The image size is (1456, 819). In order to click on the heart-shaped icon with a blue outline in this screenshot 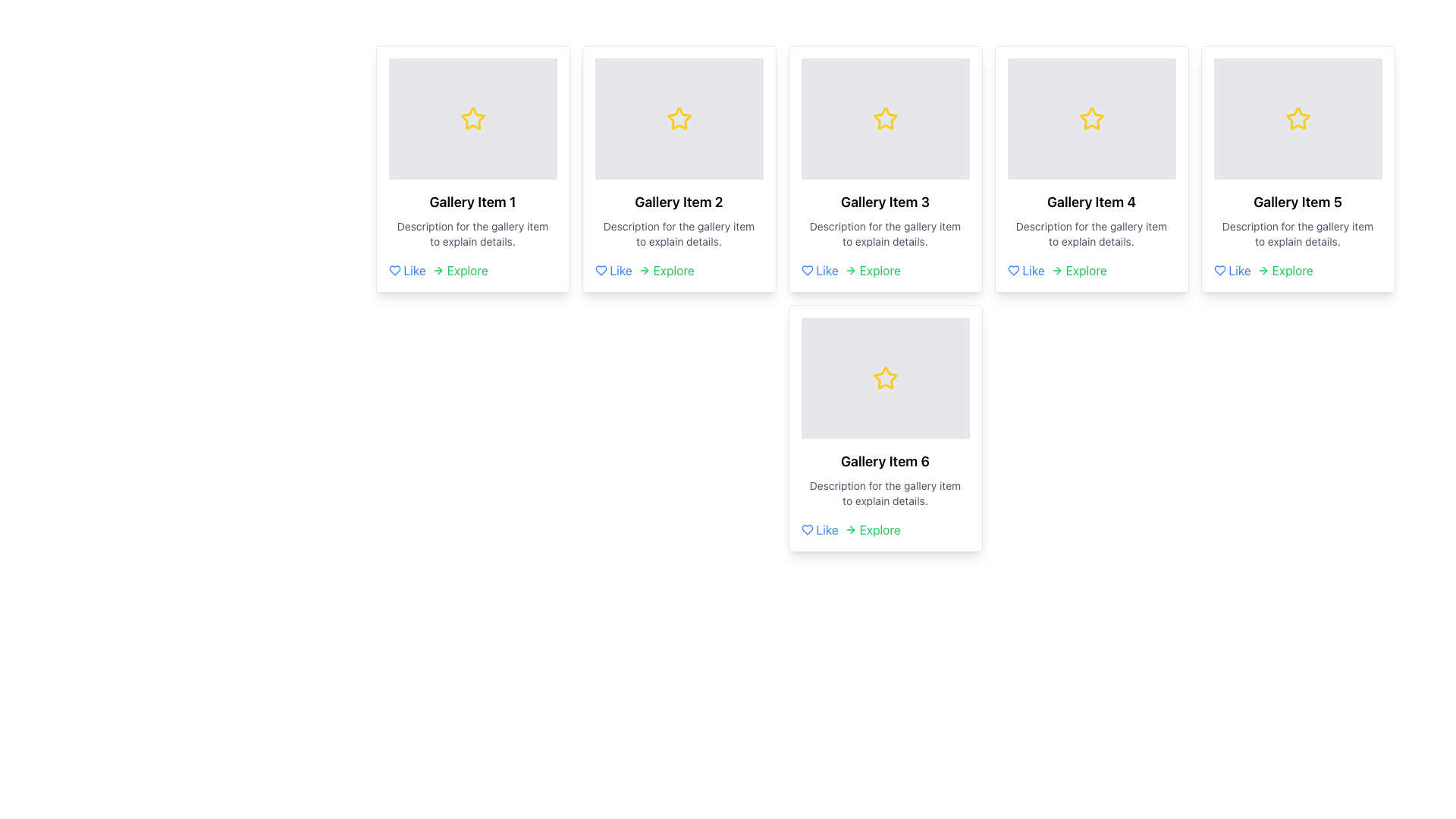, I will do `click(394, 270)`.